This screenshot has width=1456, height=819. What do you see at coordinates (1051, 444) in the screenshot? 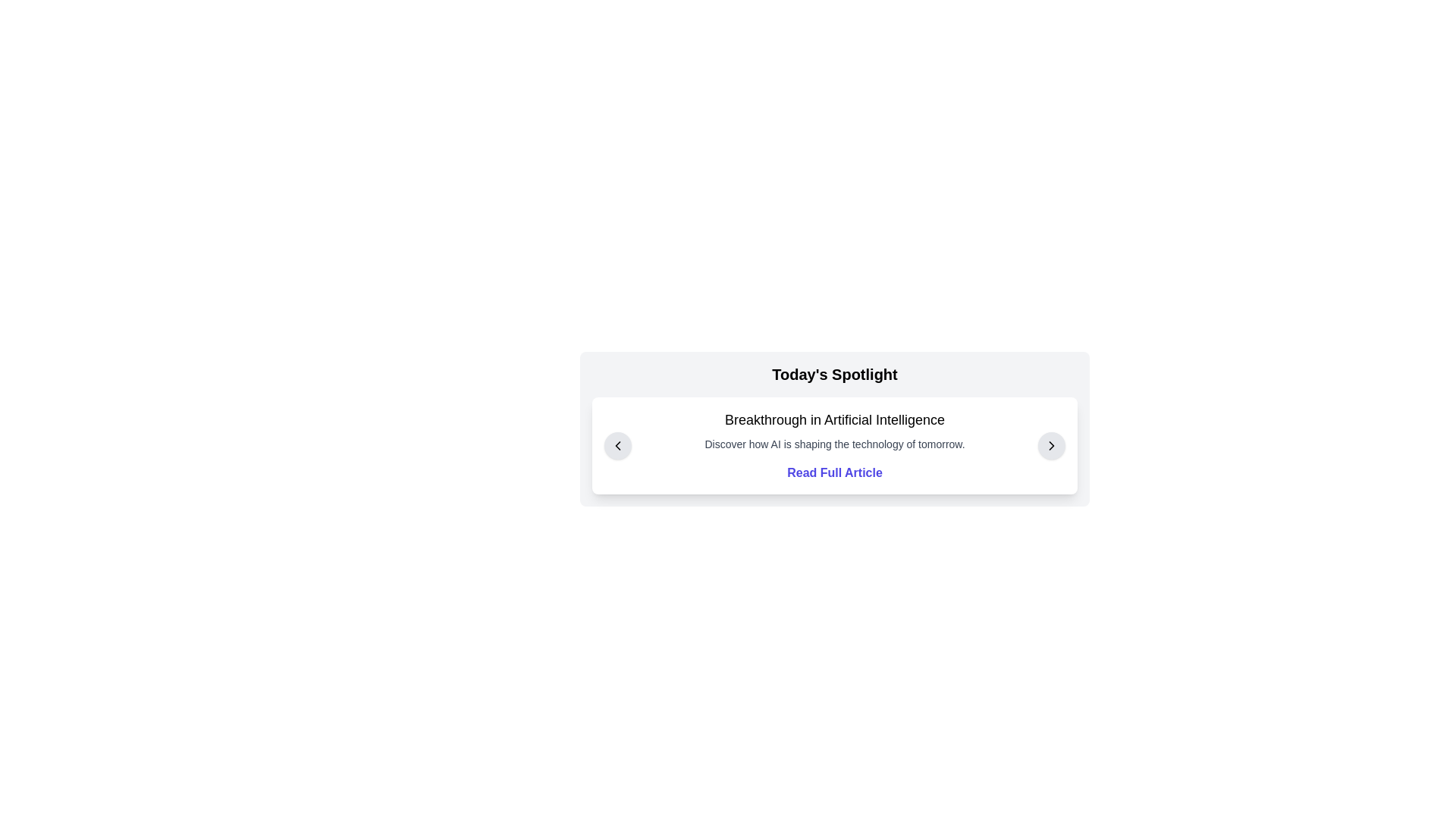
I see `the navigation button located on the right side of the carousel` at bounding box center [1051, 444].